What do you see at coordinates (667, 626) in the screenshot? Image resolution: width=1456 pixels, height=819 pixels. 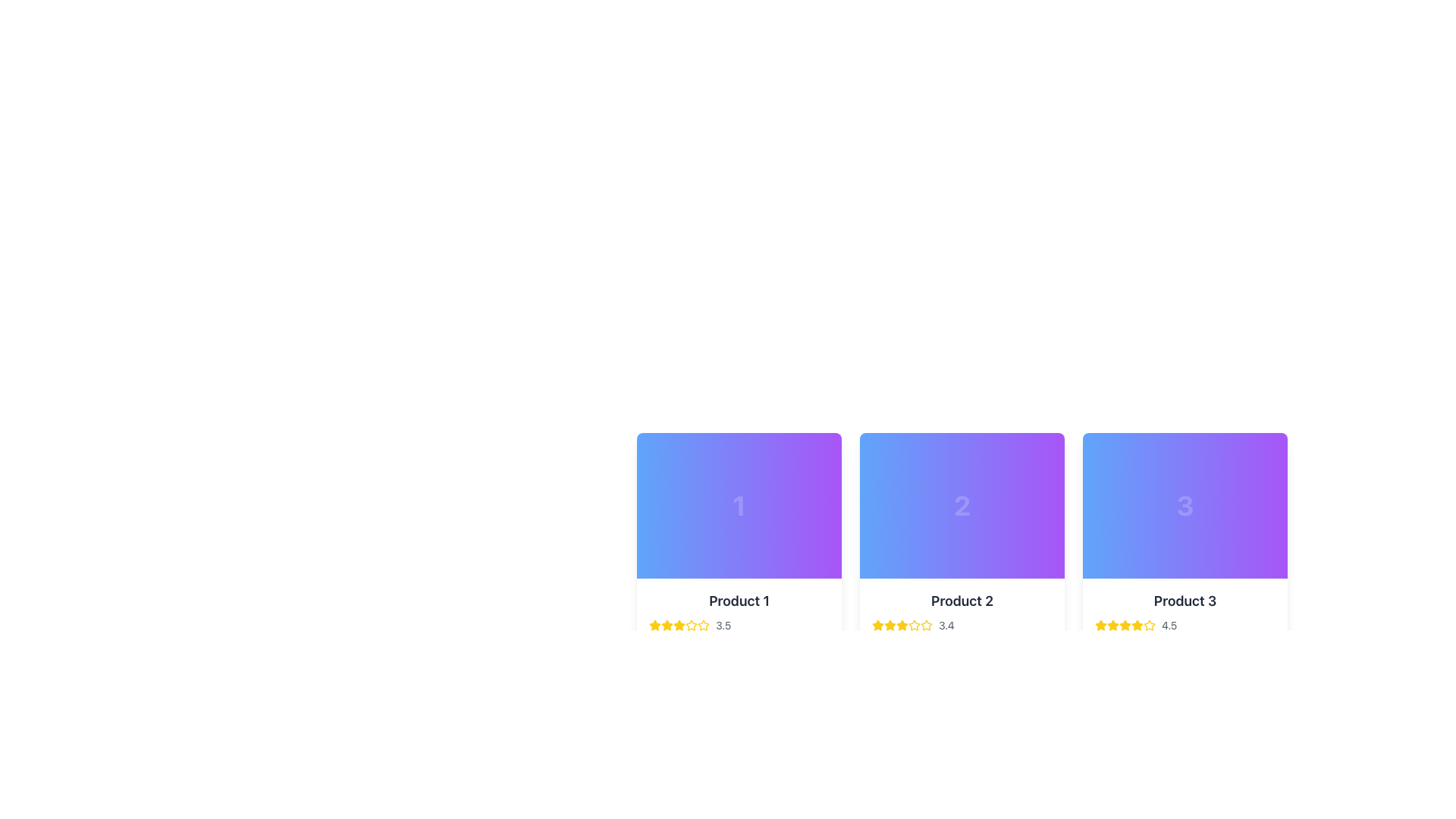 I see `the second star icon in the five-star rating system located directly below the 'Product 1' title card` at bounding box center [667, 626].